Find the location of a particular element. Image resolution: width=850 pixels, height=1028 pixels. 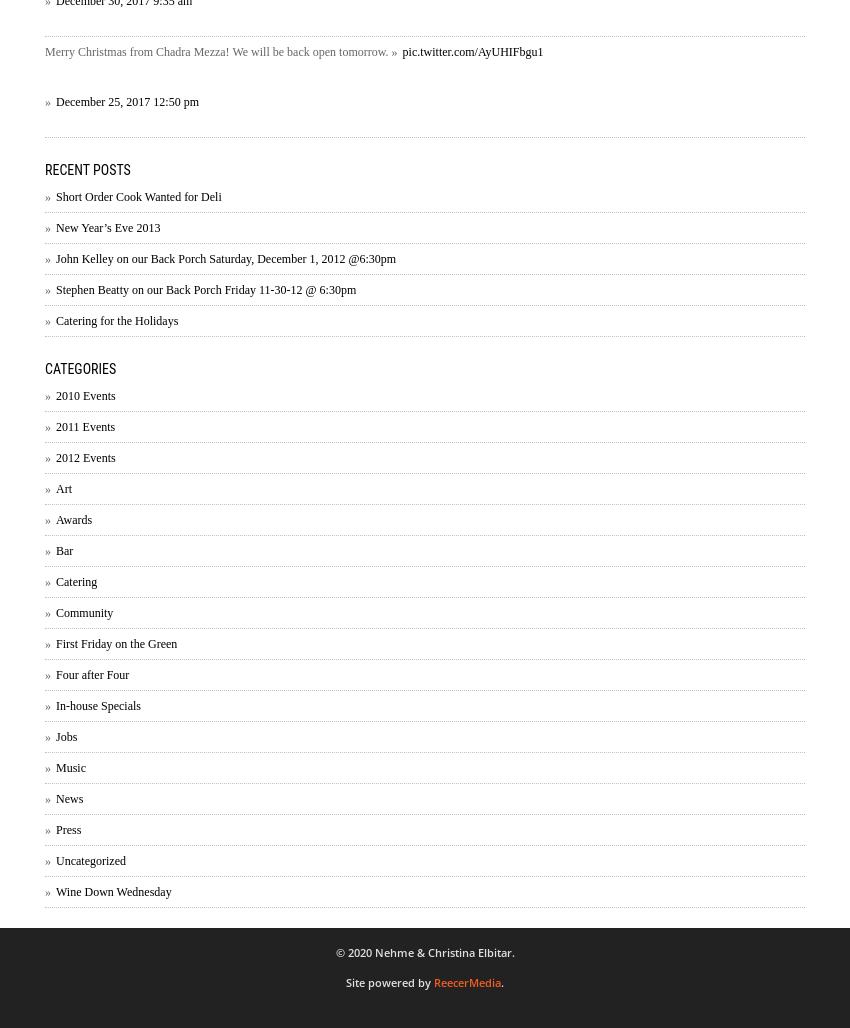

'Merry Christmas from Chadra Mezza! We will be back open tomorrow.' is located at coordinates (218, 50).